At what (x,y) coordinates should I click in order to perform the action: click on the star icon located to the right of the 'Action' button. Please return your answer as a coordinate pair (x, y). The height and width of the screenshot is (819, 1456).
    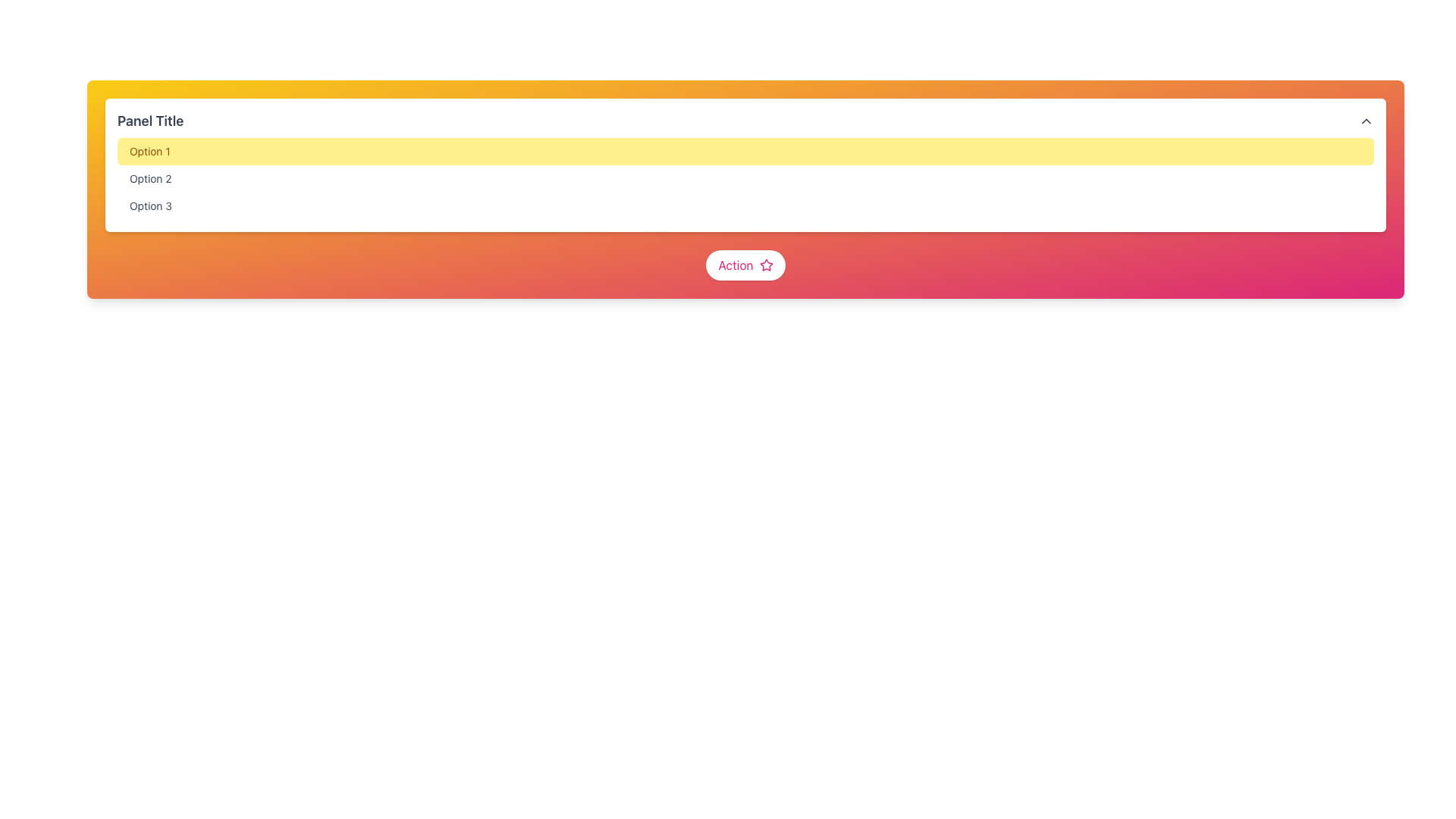
    Looking at the image, I should click on (765, 263).